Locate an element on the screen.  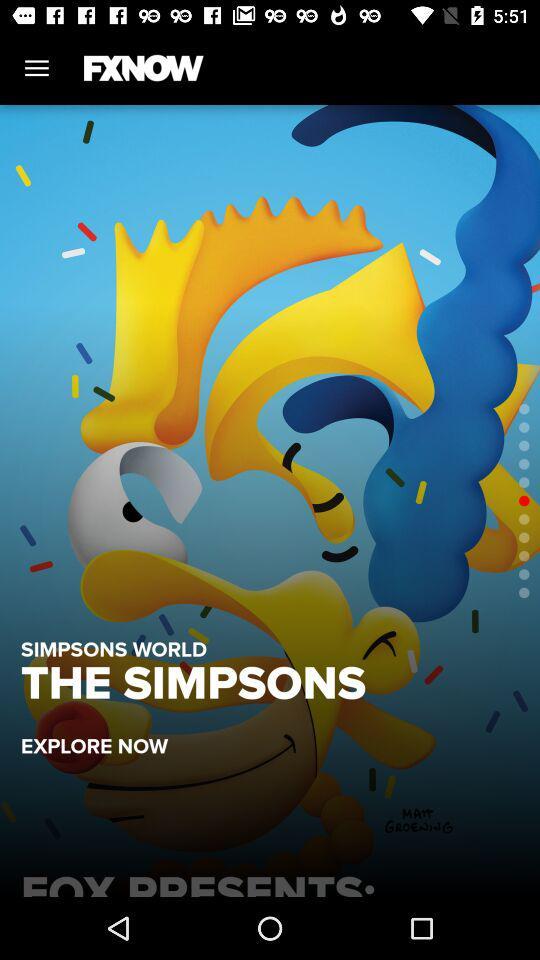
the item below the the simpsons is located at coordinates (104, 735).